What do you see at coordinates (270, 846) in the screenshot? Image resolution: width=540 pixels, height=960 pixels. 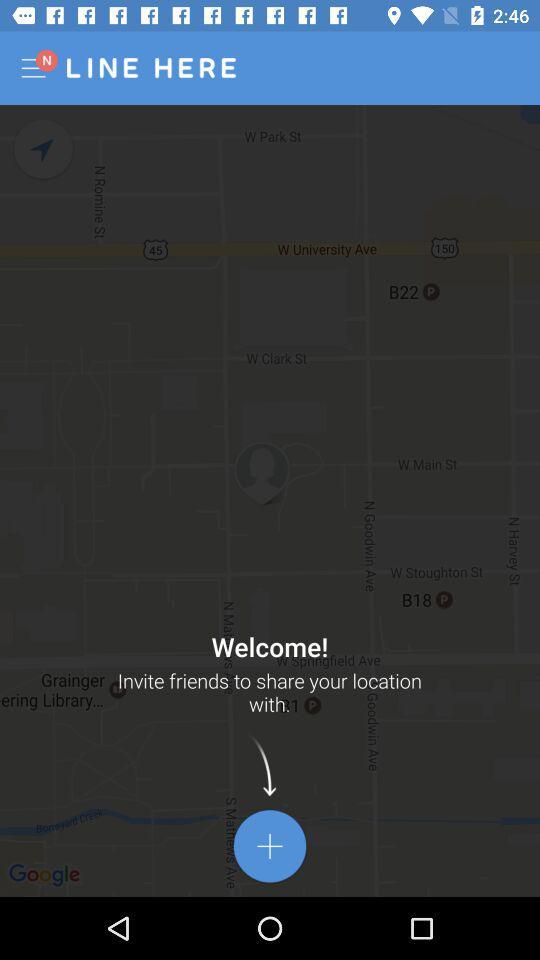 I see `press blue buttom` at bounding box center [270, 846].